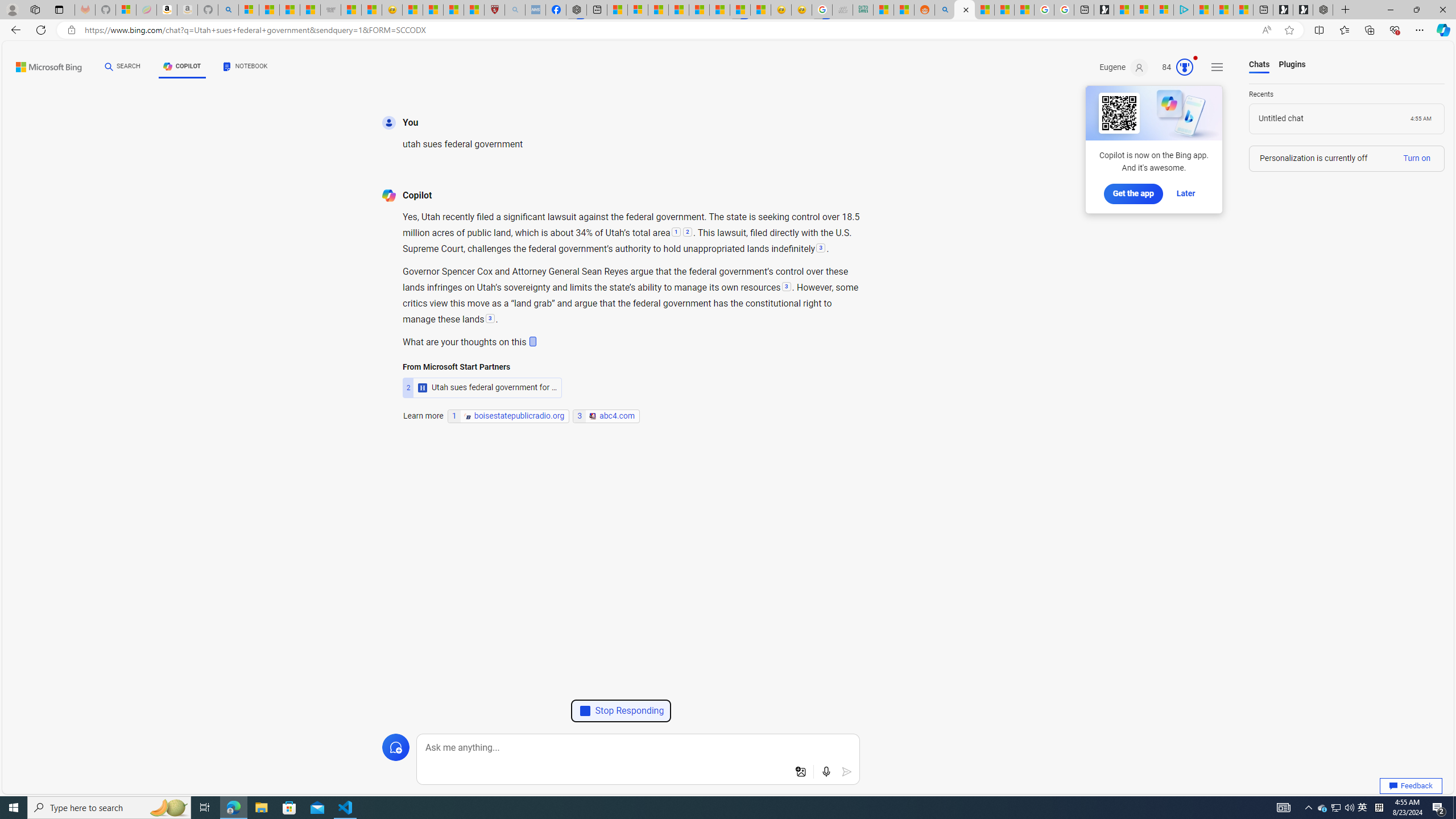 The height and width of the screenshot is (819, 1456). I want to click on '1: ', so click(675, 233).